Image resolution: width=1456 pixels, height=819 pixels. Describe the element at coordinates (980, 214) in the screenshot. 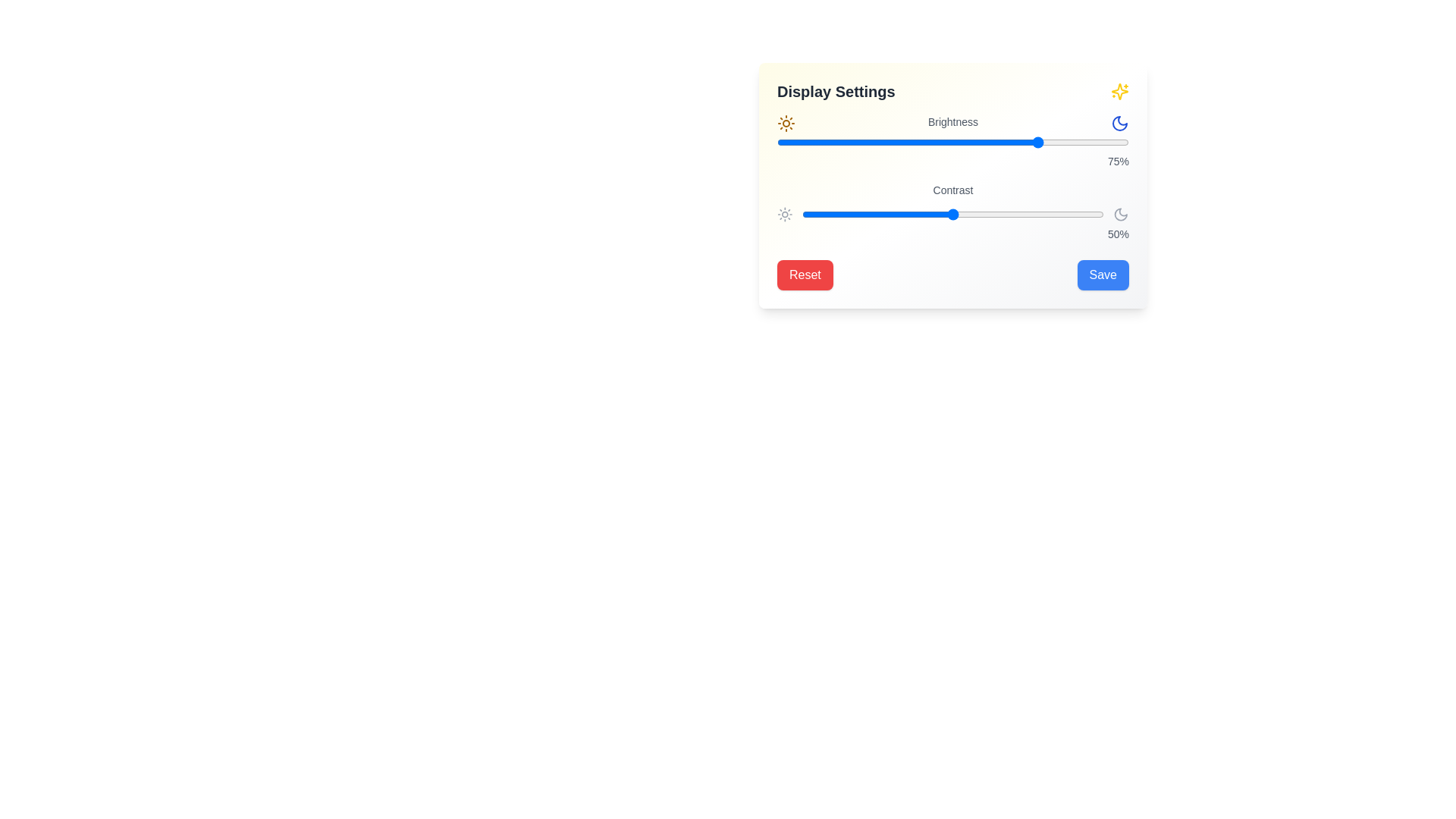

I see `contrast` at that location.